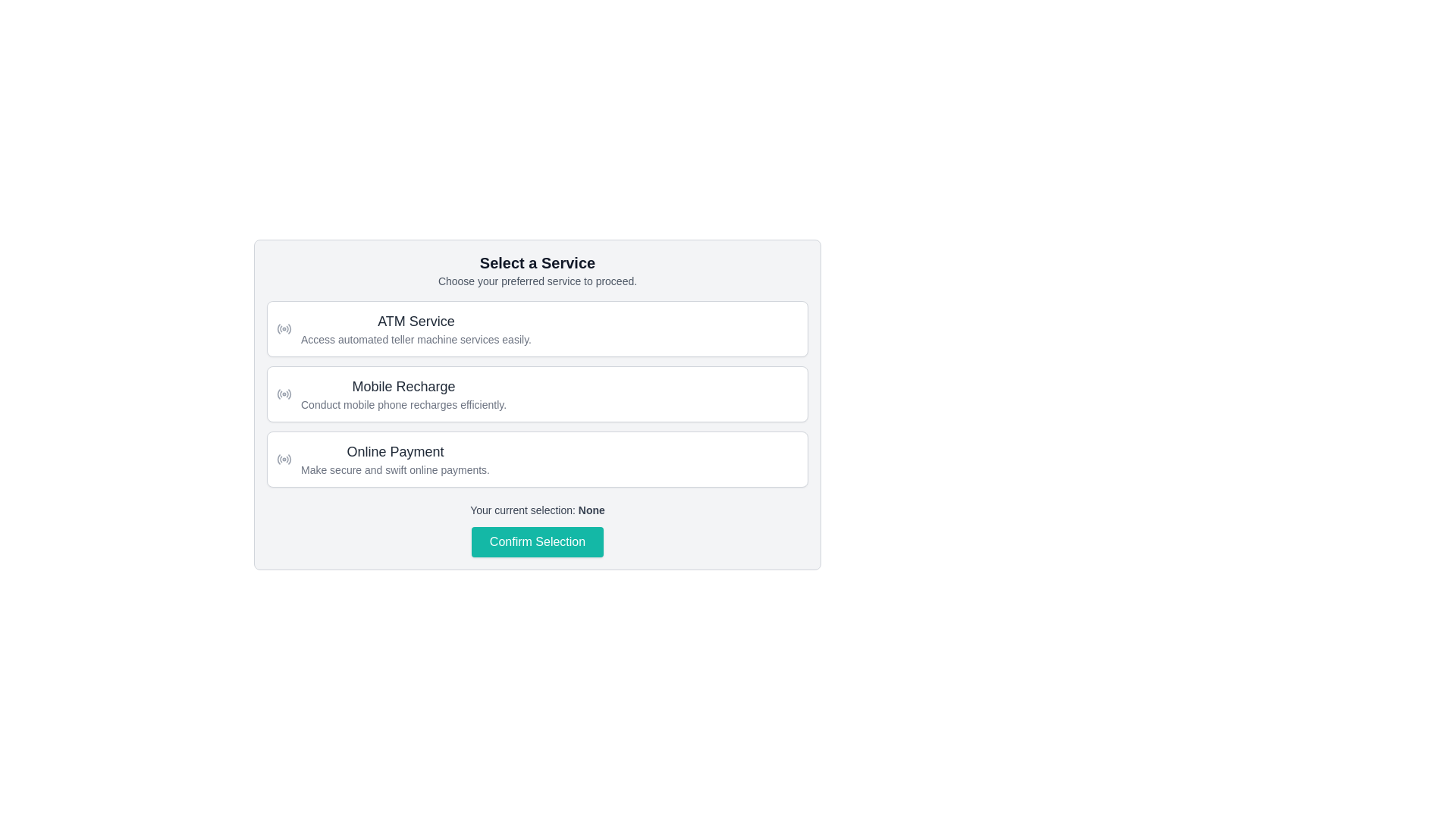 The image size is (1456, 819). Describe the element at coordinates (538, 394) in the screenshot. I see `the 'Mobile Recharge' option selector button, which is the second item in the 'Select a Service' group, positioned between 'ATM Service' and 'Online Payment'` at that location.